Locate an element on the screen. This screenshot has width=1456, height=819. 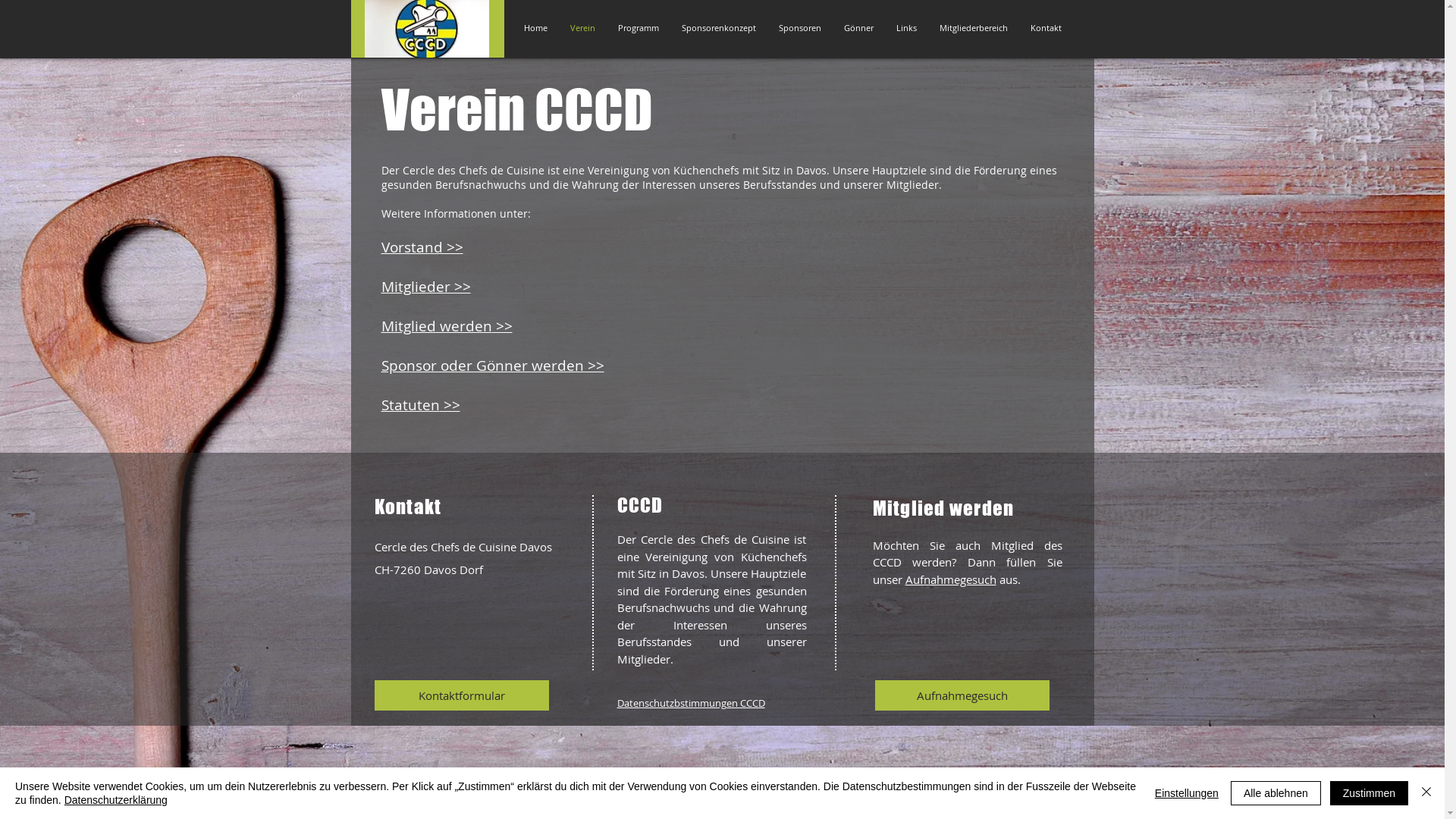
'Mitgliederbereich' is located at coordinates (927, 28).